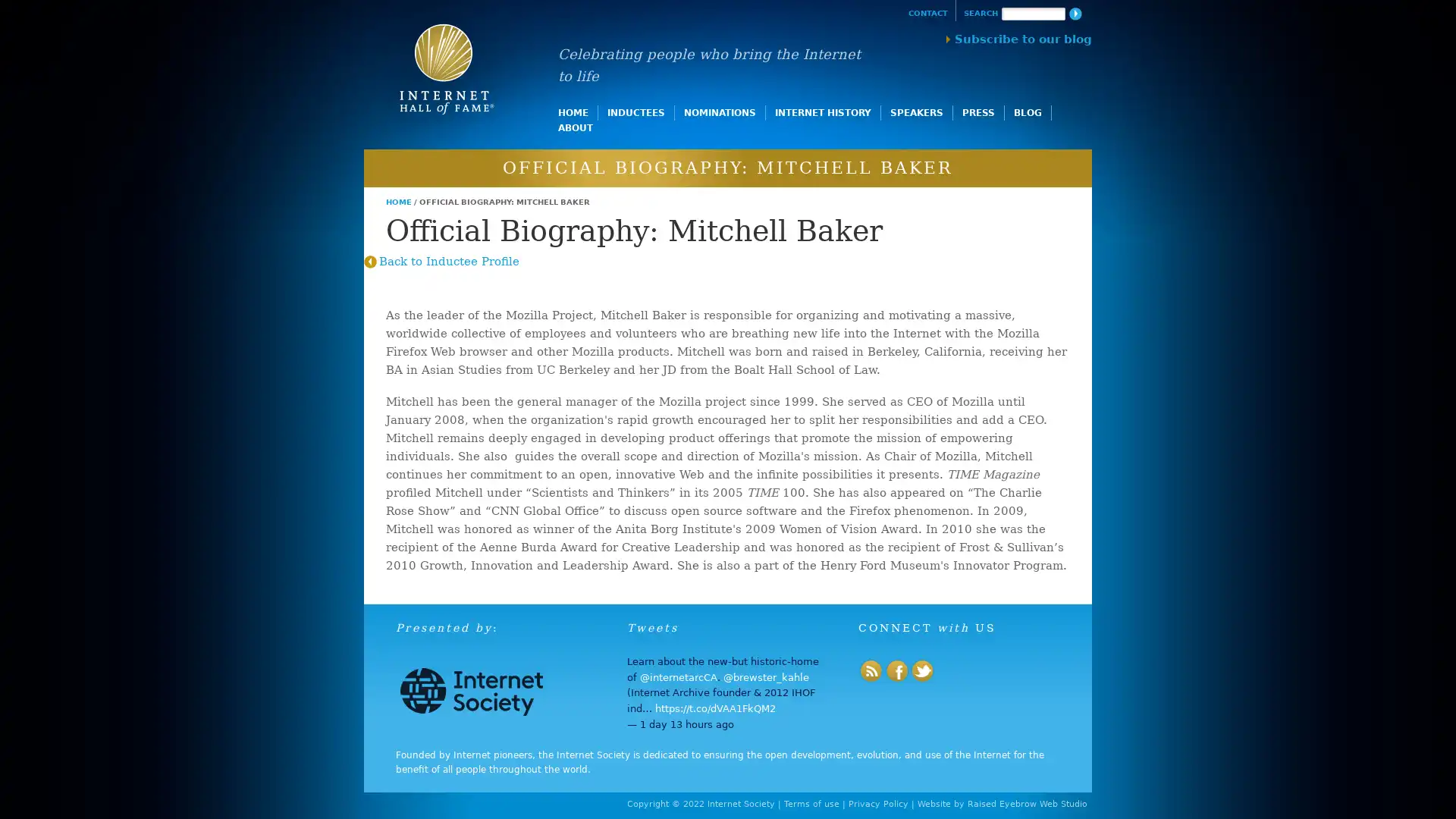 The image size is (1456, 819). I want to click on Search, so click(1074, 14).